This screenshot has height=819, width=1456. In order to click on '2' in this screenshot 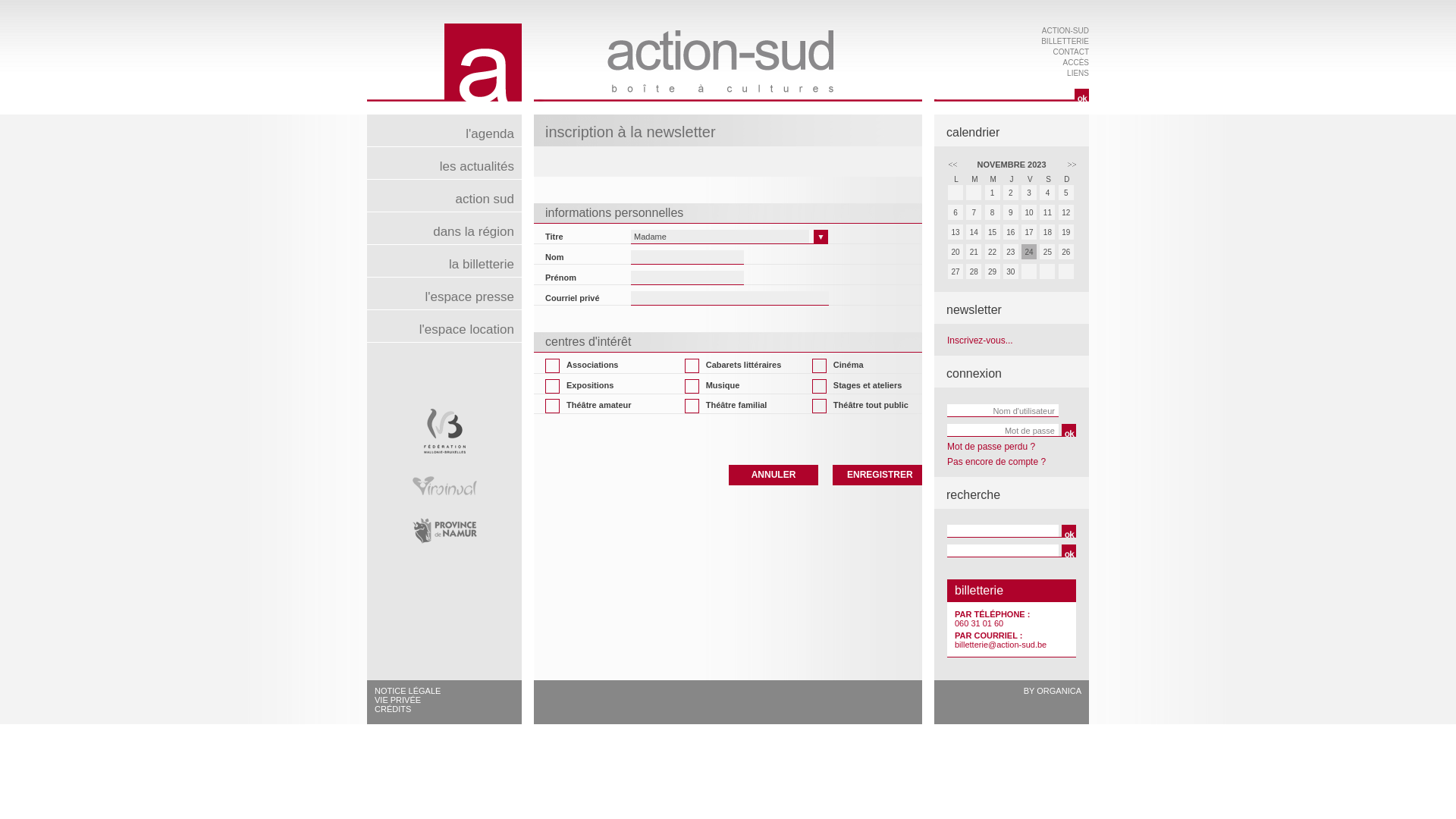, I will do `click(1011, 192)`.